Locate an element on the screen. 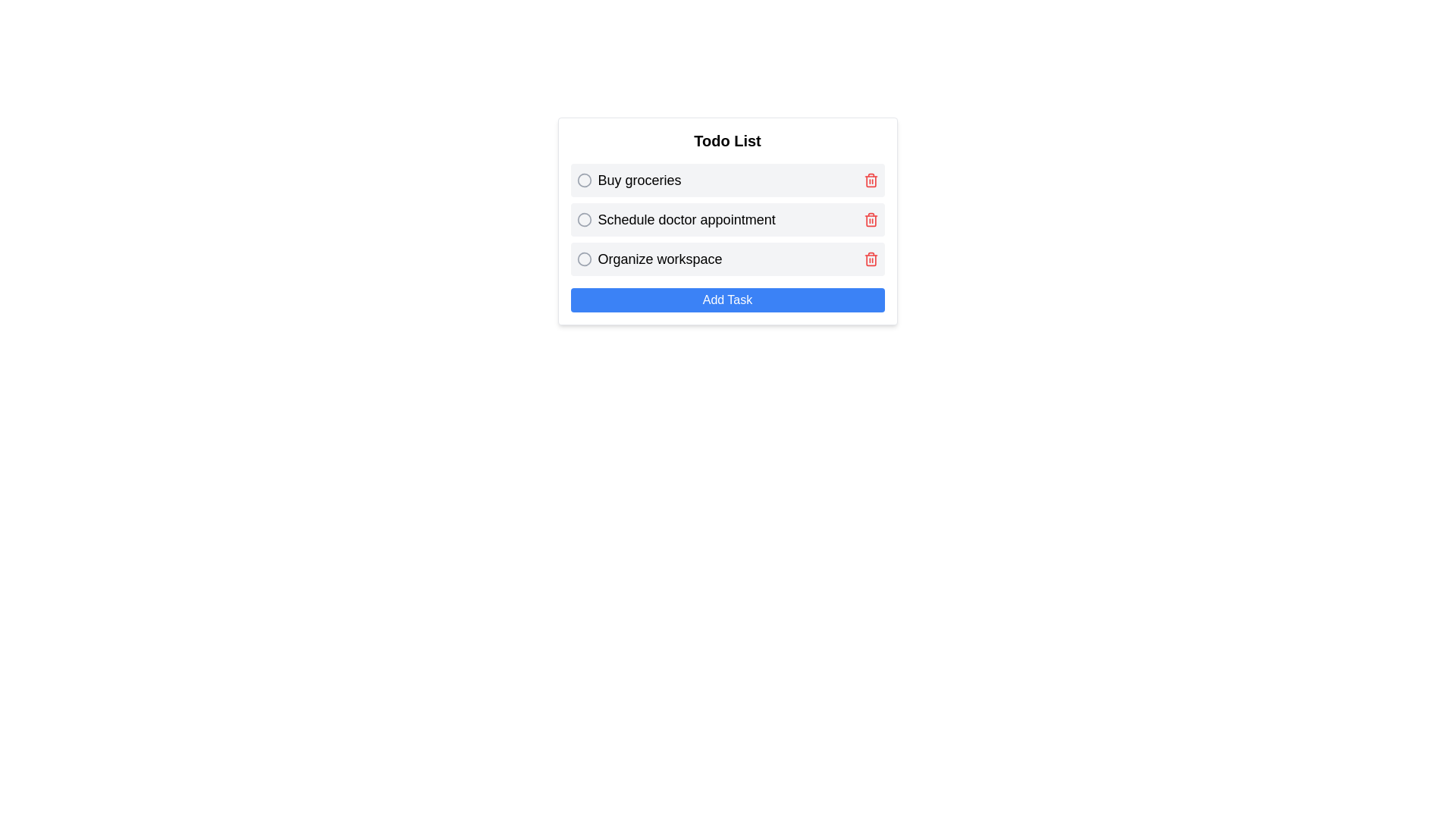  the checkbox of the second task item in the to-do list is located at coordinates (675, 219).